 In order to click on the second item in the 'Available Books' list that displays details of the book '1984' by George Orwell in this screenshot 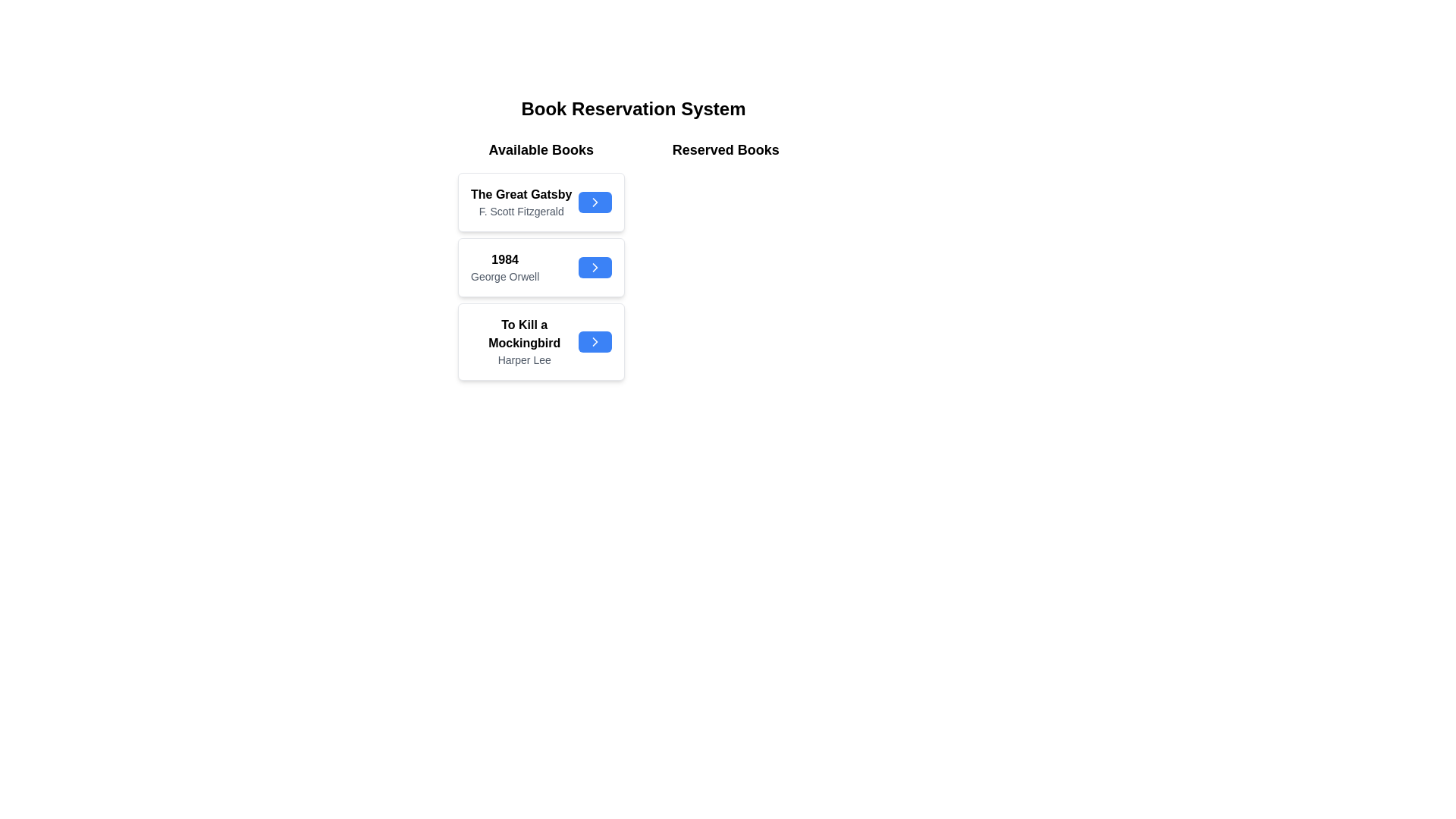, I will do `click(541, 262)`.